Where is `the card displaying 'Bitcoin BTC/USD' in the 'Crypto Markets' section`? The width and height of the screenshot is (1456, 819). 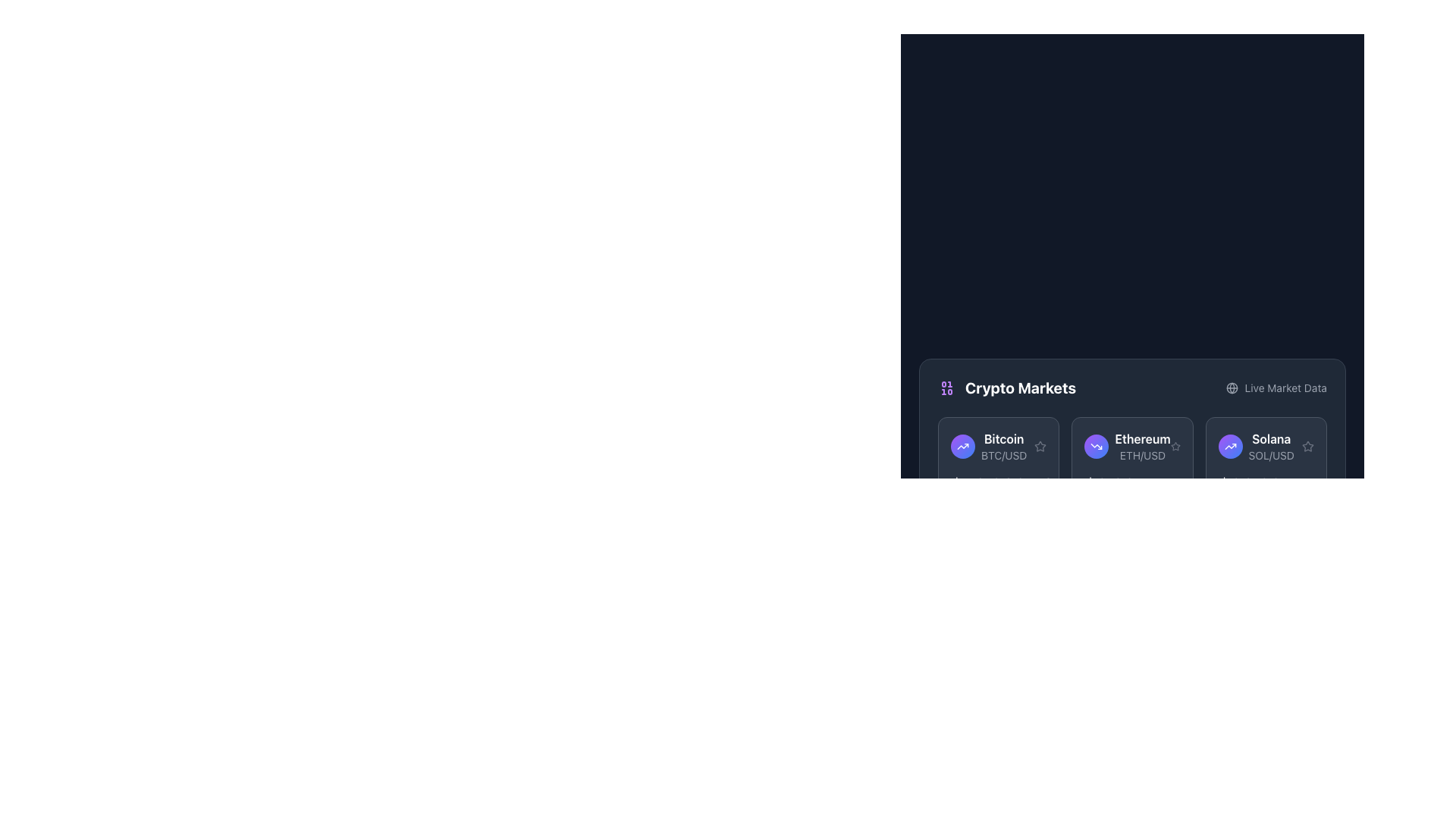
the card displaying 'Bitcoin BTC/USD' in the 'Crypto Markets' section is located at coordinates (999, 446).